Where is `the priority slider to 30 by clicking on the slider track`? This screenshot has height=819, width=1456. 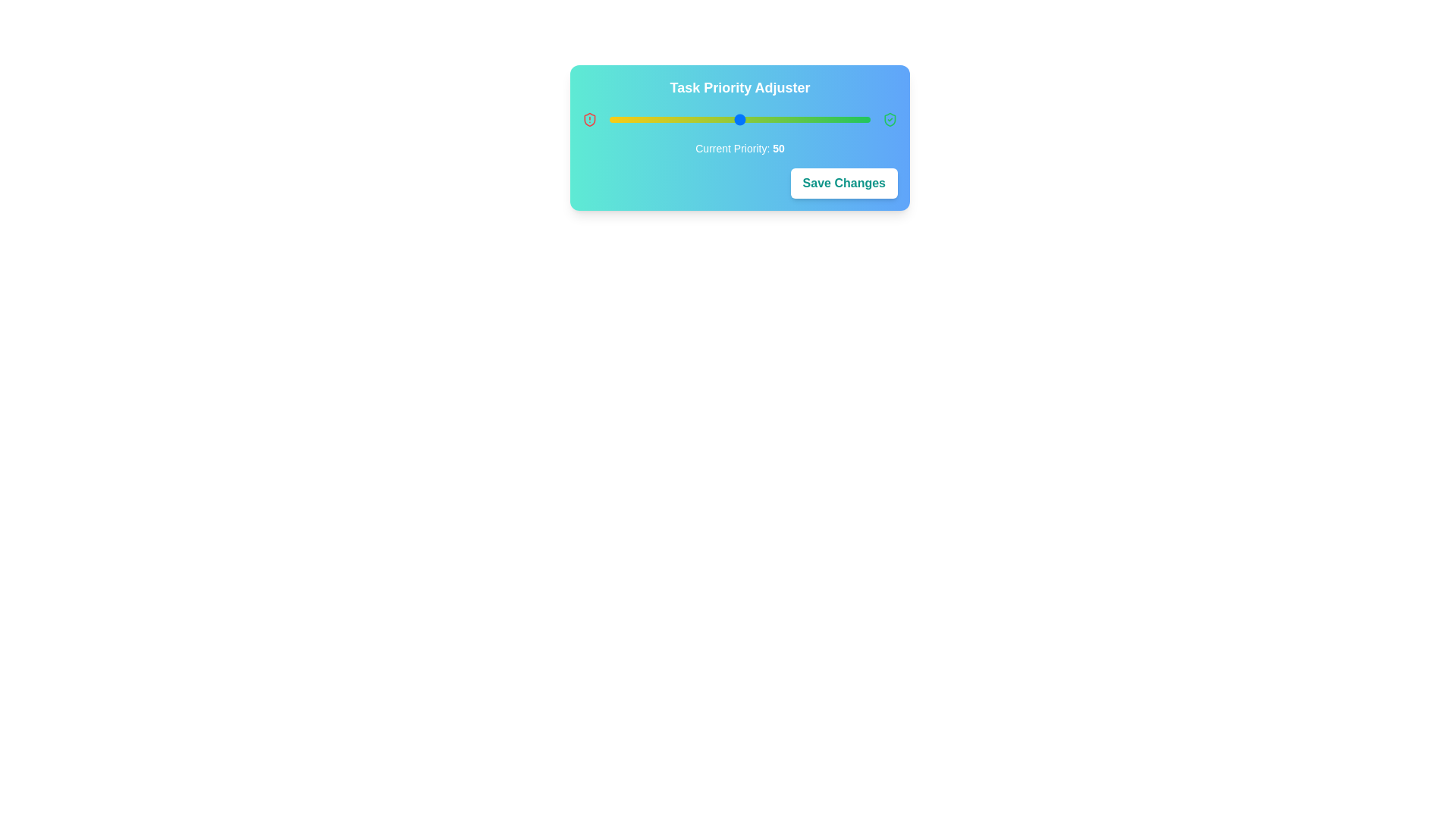
the priority slider to 30 by clicking on the slider track is located at coordinates (687, 119).